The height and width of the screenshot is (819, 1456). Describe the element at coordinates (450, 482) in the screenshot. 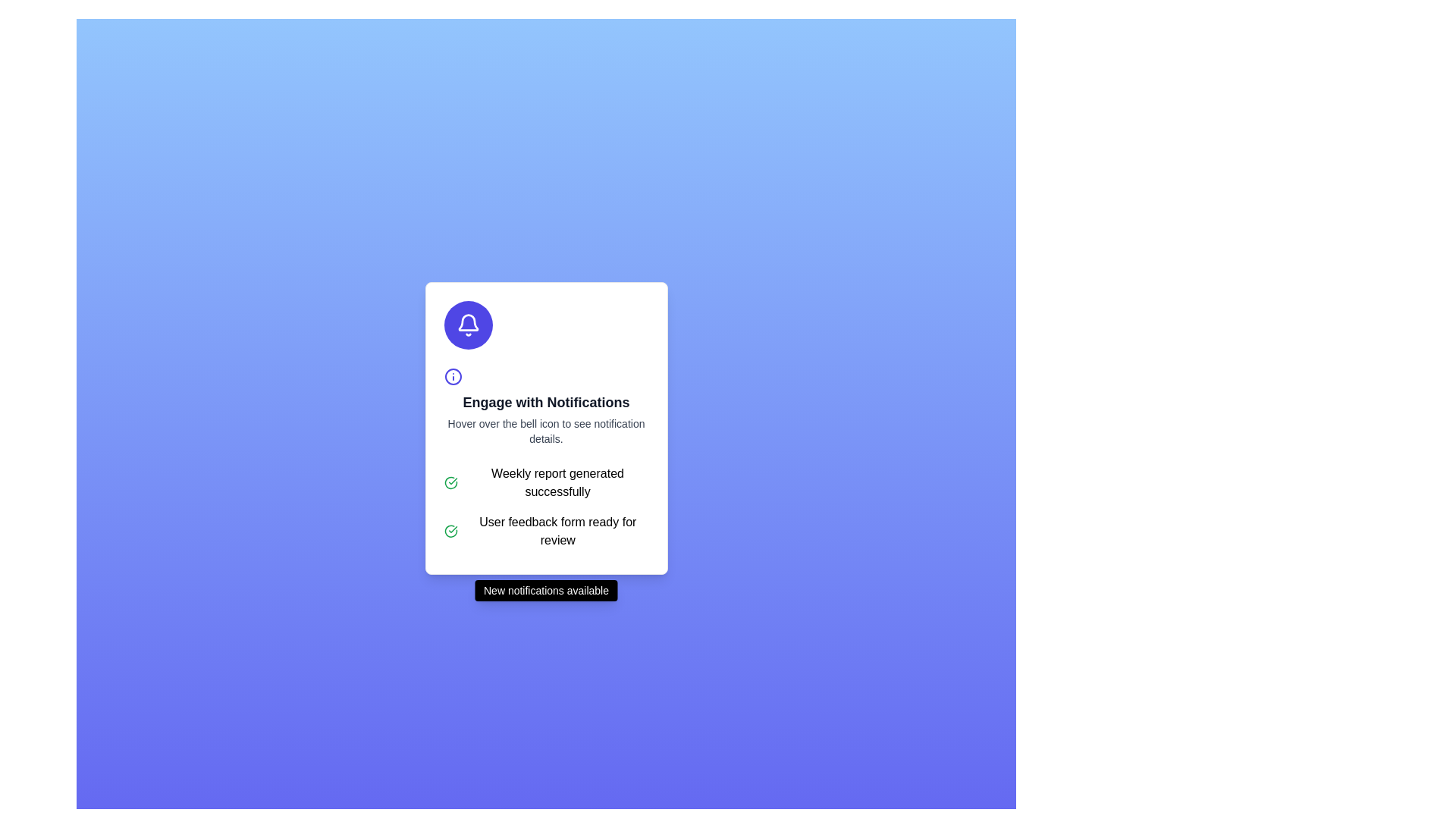

I see `the visual representation of the green circular checkmark icon located to the left of the text 'User feedback form ready for review' within the 'Engage with Notifications' section of the notification card` at that location.